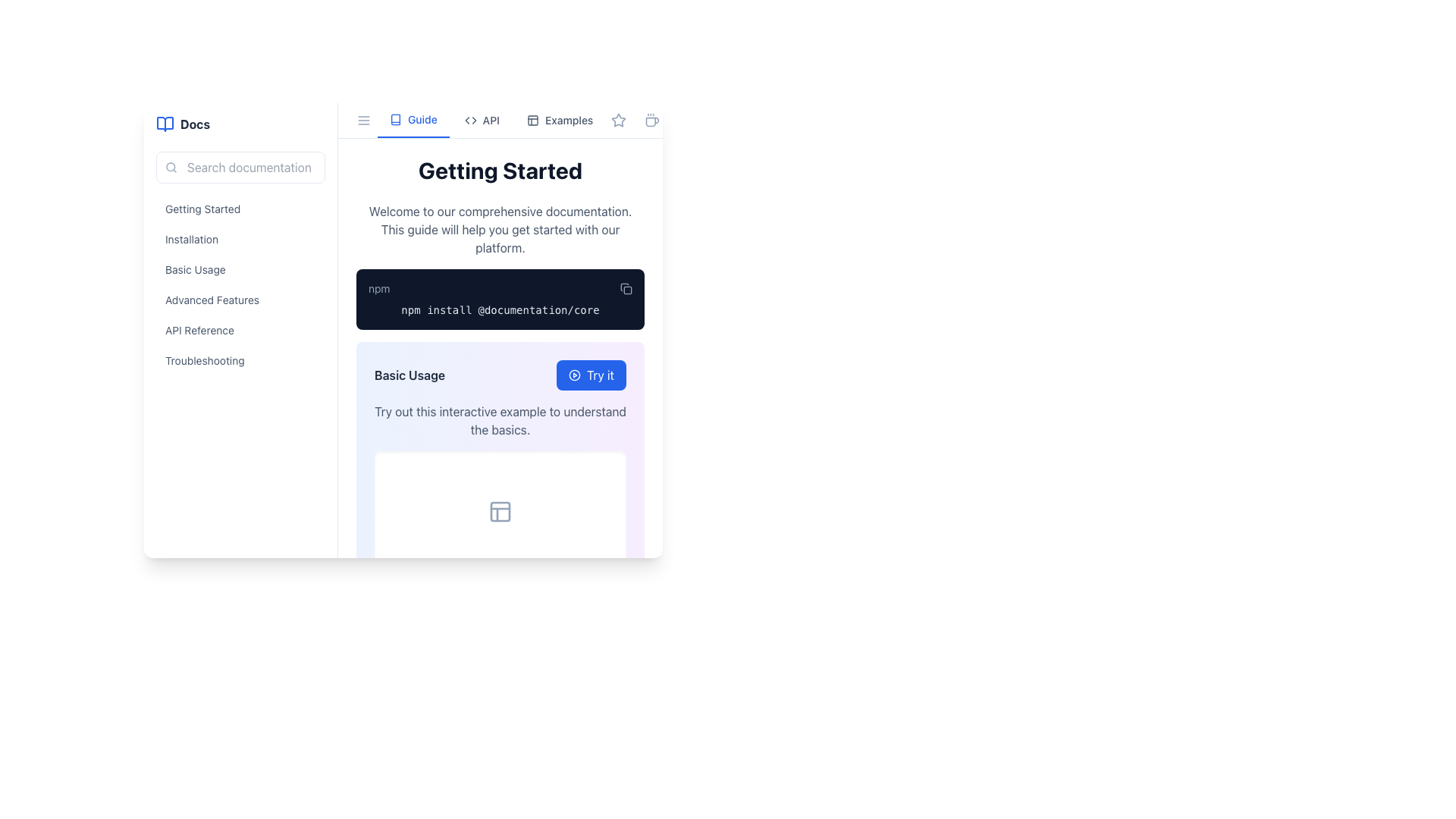 The image size is (1456, 819). What do you see at coordinates (240, 284) in the screenshot?
I see `the 'Advanced Features' item in the sidebar menu list` at bounding box center [240, 284].